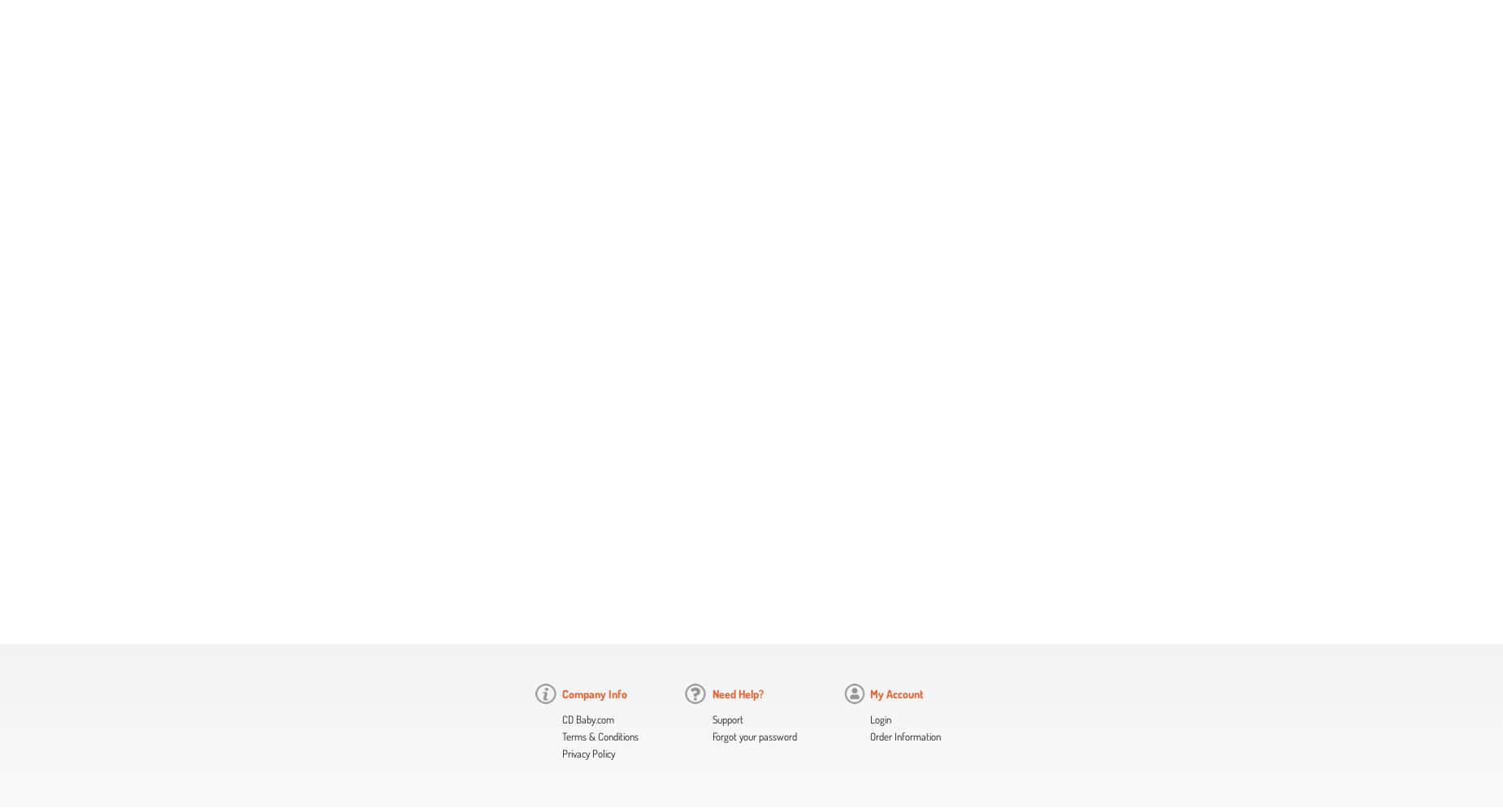  I want to click on 'Forgot your password', so click(711, 736).